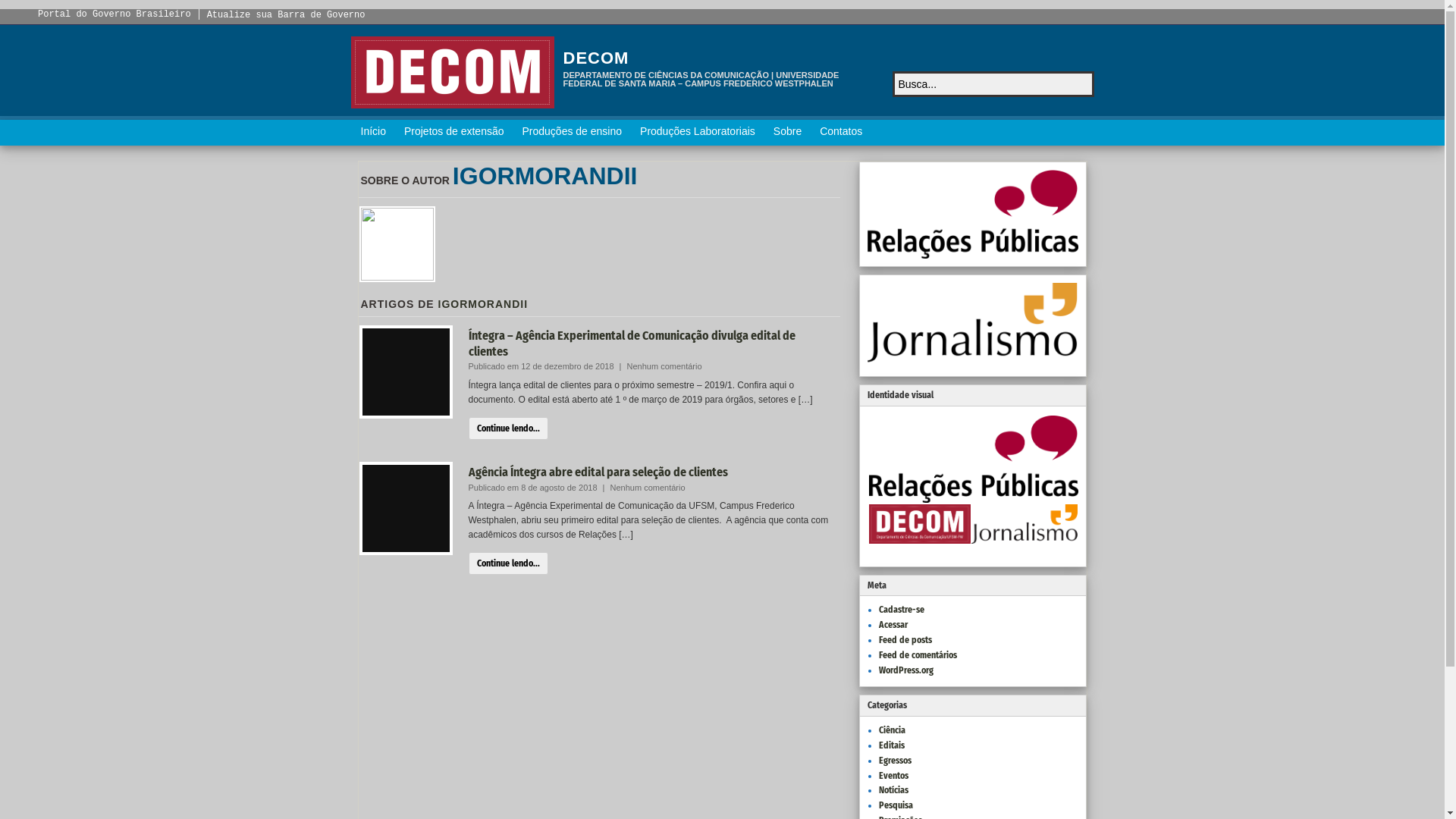  What do you see at coordinates (877, 804) in the screenshot?
I see `'Pesquisa'` at bounding box center [877, 804].